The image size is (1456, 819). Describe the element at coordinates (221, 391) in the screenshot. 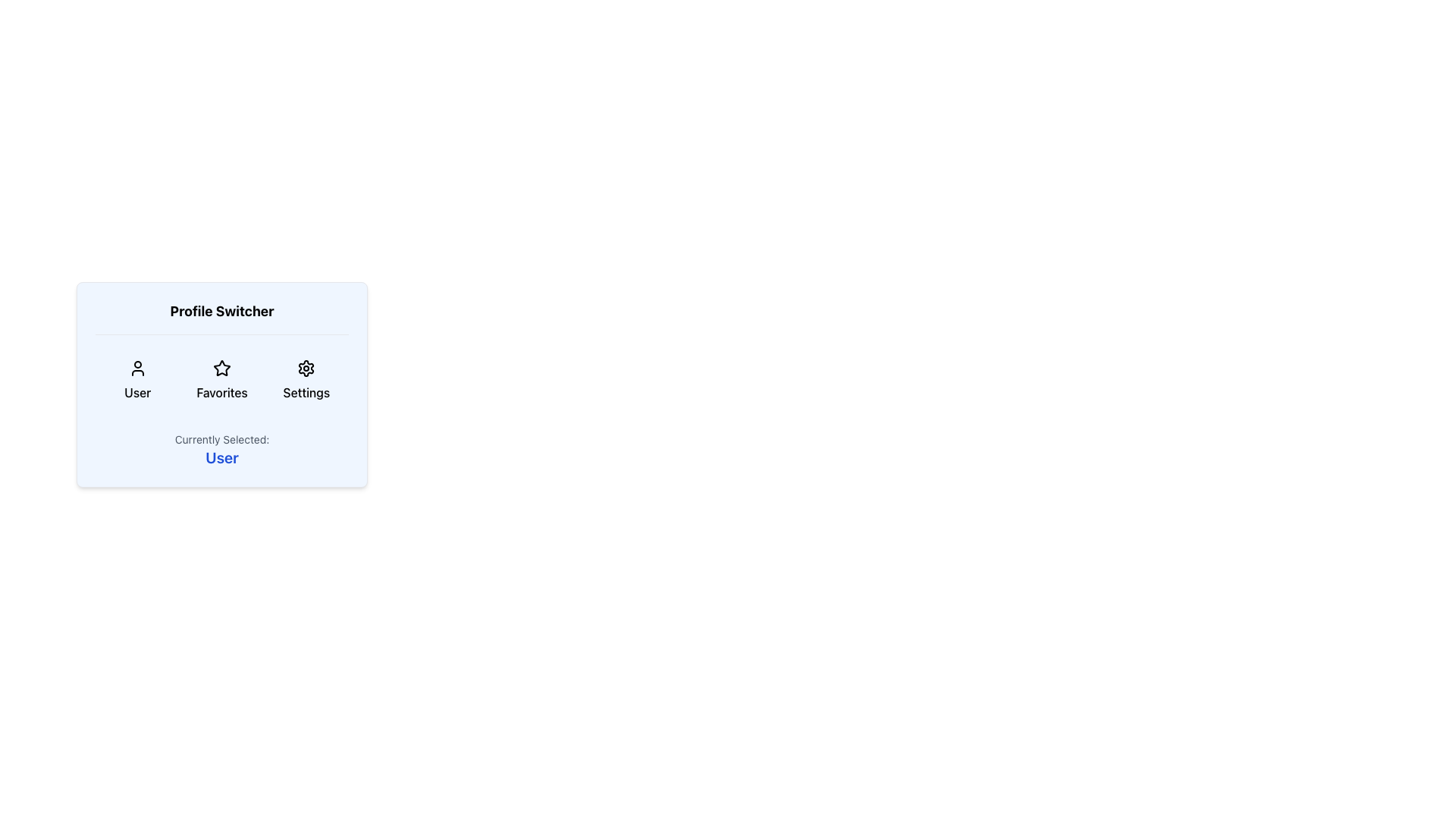

I see `the 'Favorites' text label, which serves as a descriptor for the card in the profile selection interface` at that location.